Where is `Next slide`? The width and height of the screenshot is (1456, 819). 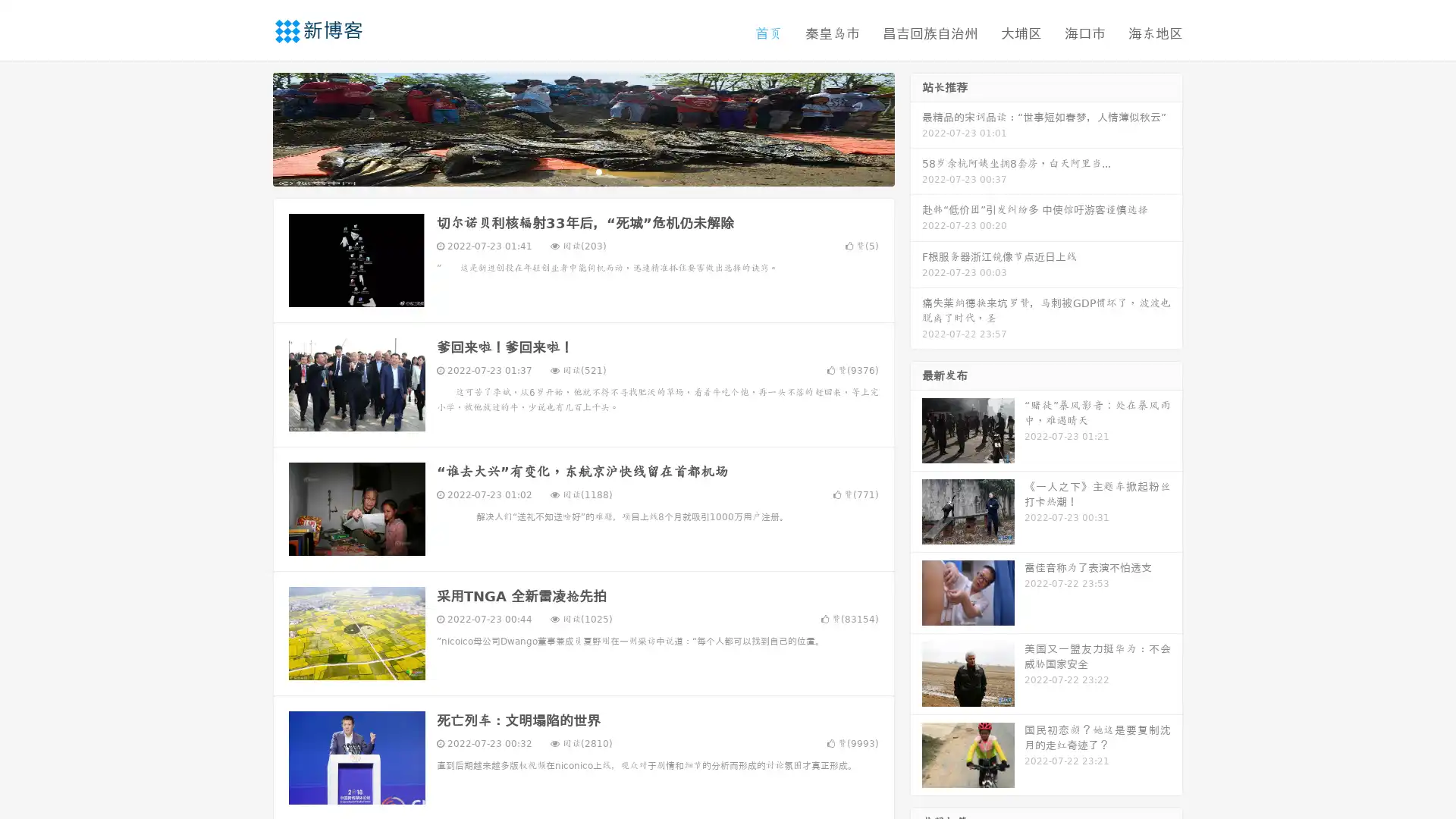 Next slide is located at coordinates (916, 127).